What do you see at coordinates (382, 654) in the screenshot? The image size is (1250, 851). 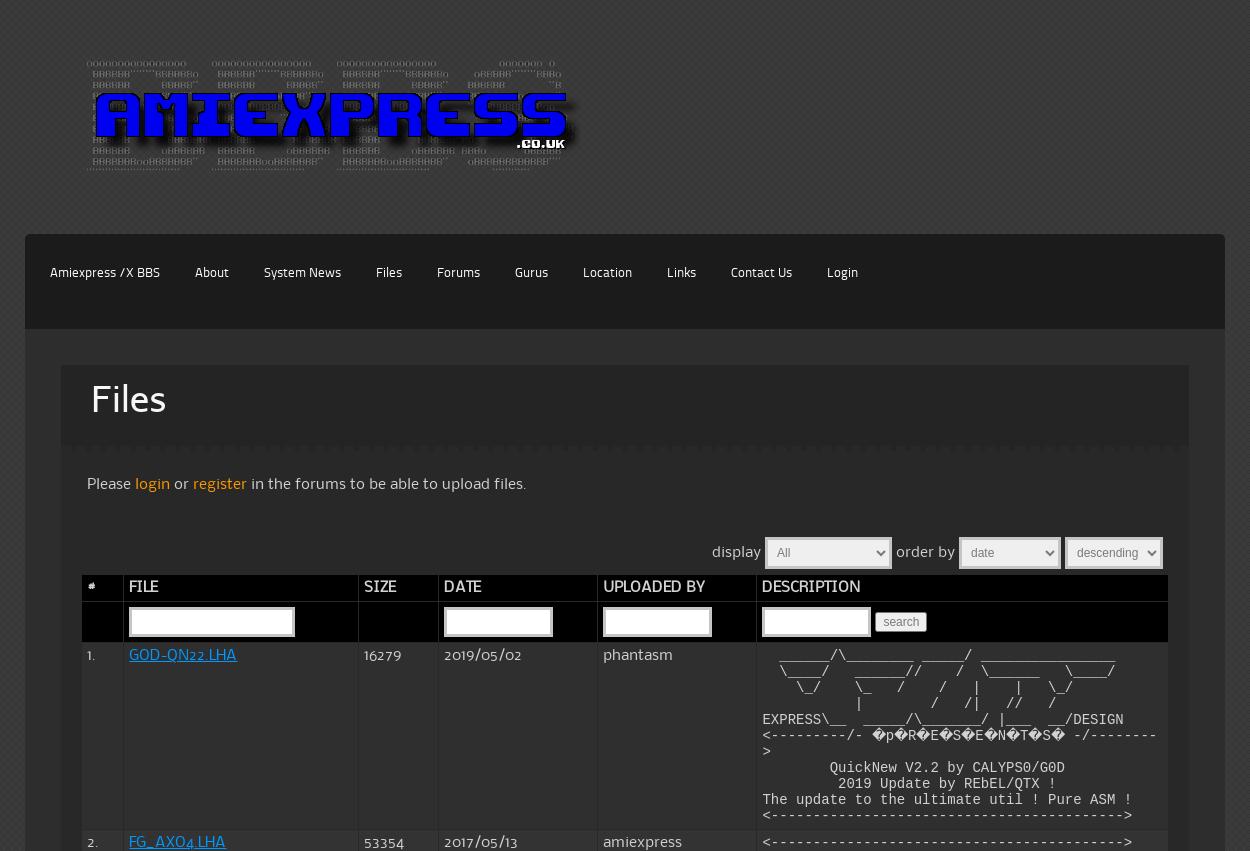 I see `'16279'` at bounding box center [382, 654].